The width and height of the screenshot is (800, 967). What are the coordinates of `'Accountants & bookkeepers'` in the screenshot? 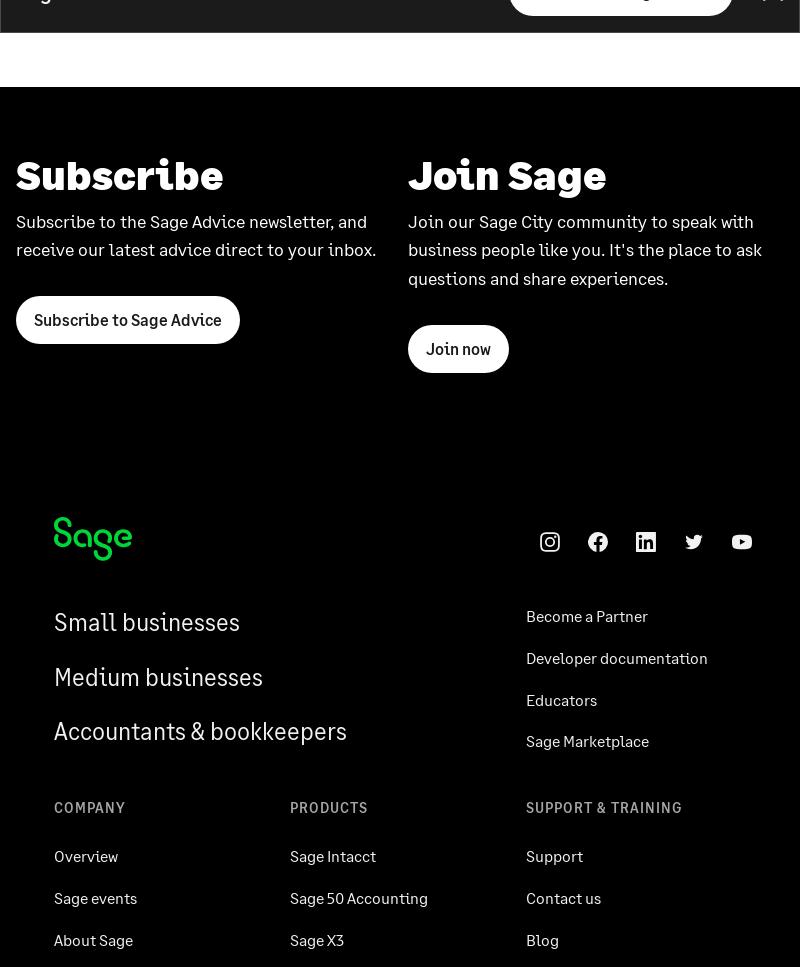 It's located at (200, 729).